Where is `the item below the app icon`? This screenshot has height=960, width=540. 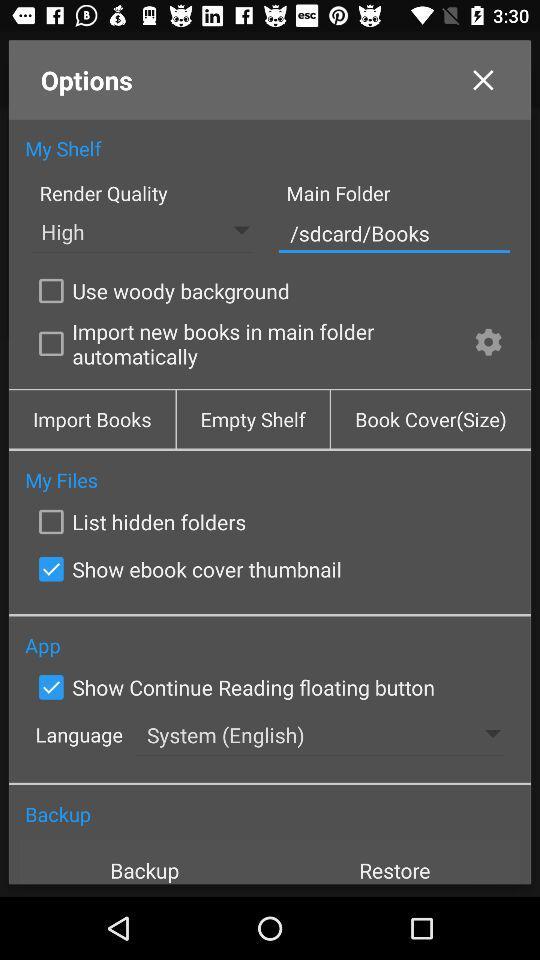 the item below the app icon is located at coordinates (231, 687).